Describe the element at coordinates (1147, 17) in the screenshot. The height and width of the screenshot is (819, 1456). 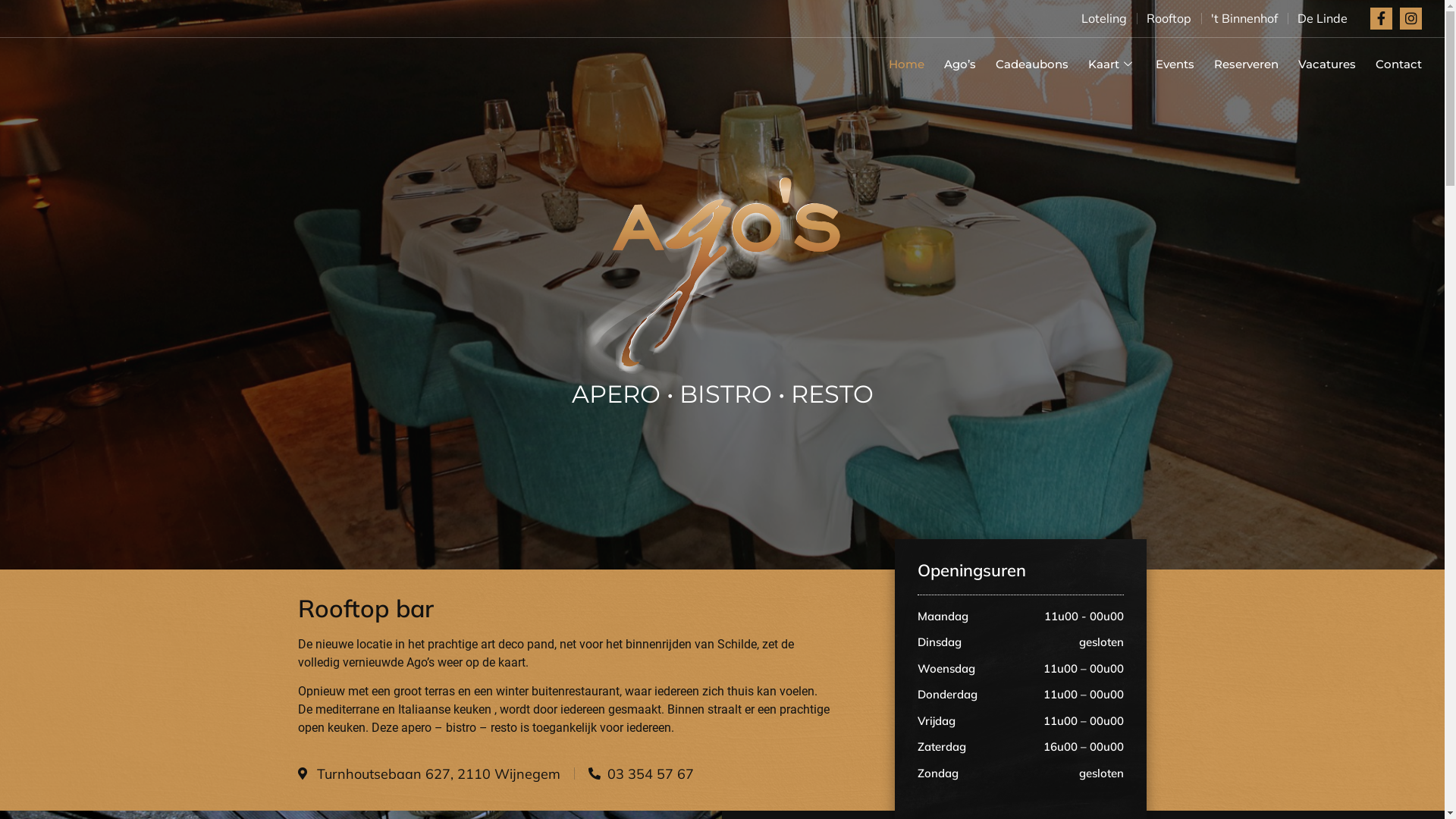
I see `'Rooftop'` at that location.